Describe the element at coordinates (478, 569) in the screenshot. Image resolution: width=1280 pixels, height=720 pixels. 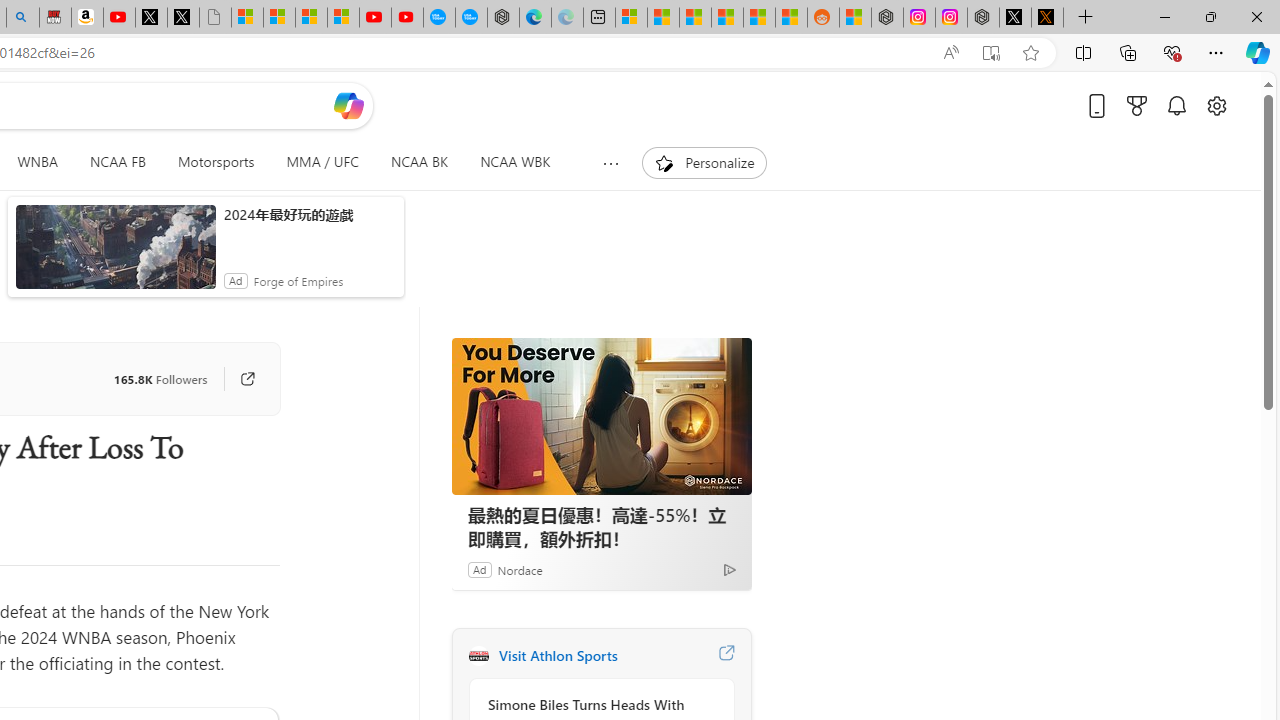
I see `'Ad'` at that location.